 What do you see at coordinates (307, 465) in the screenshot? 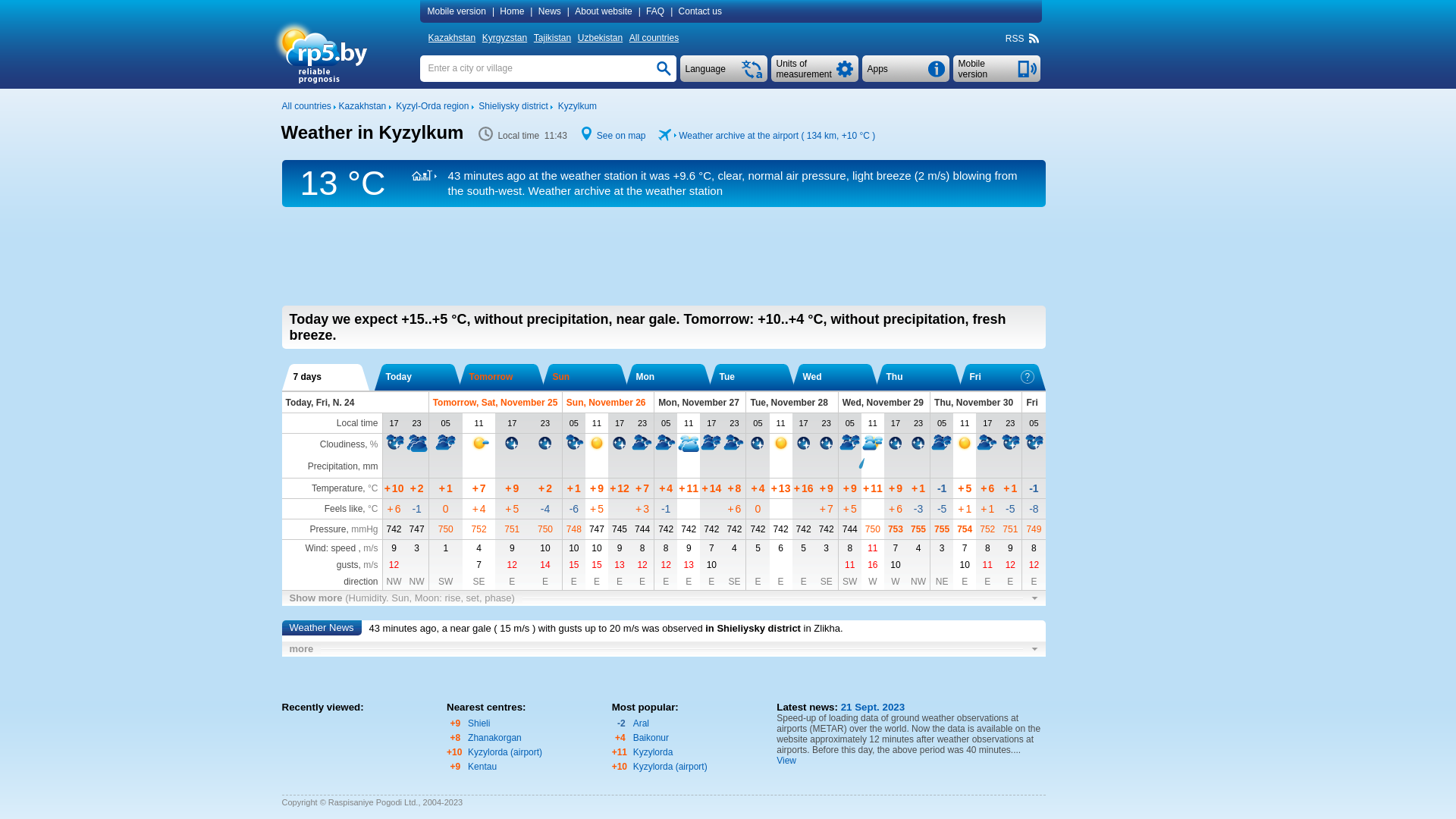
I see `'Precipitation, mm'` at bounding box center [307, 465].